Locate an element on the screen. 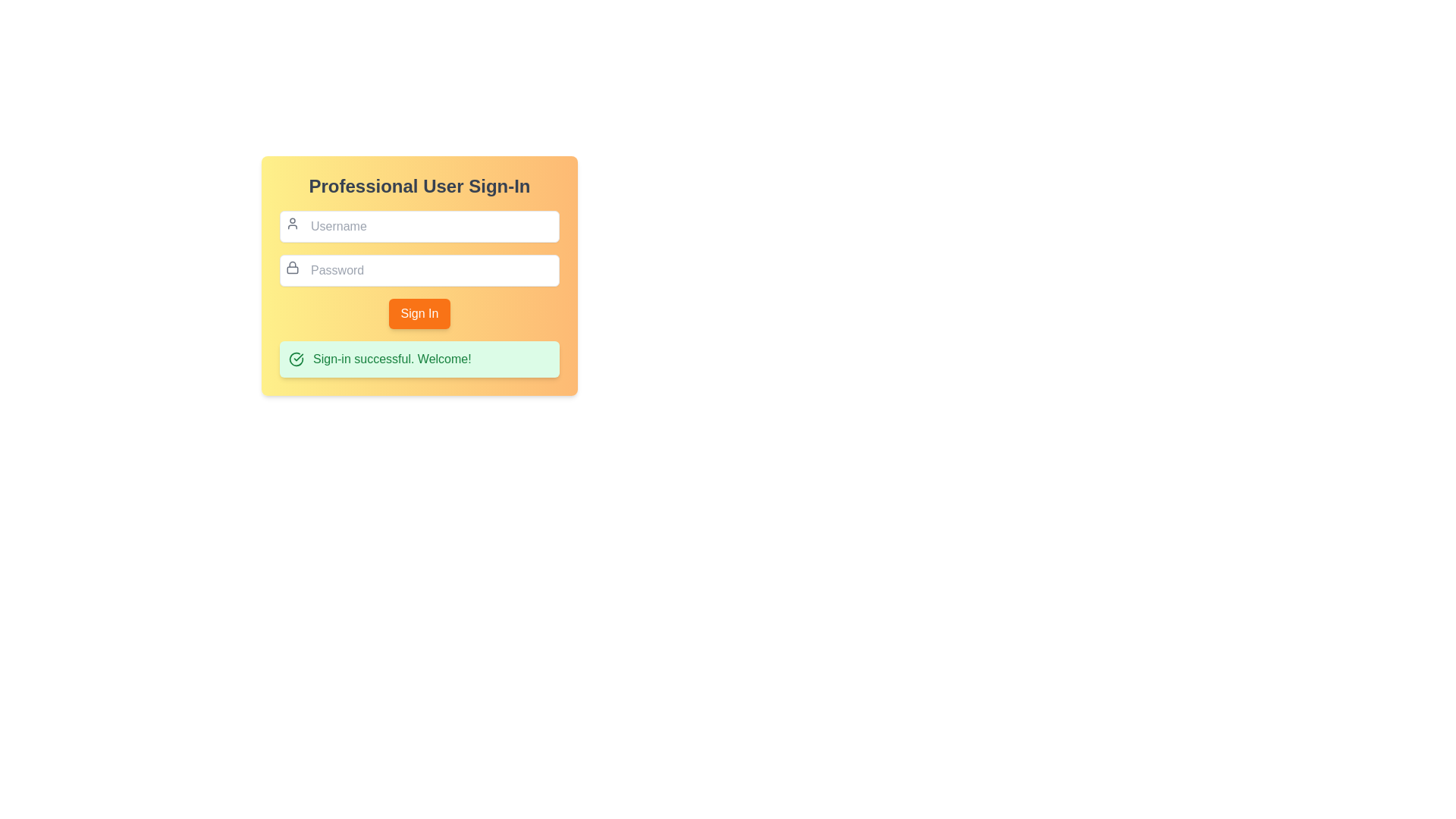 This screenshot has width=1456, height=819. the submit button located in the central part of the login form, positioned directly below the password input field is located at coordinates (419, 312).